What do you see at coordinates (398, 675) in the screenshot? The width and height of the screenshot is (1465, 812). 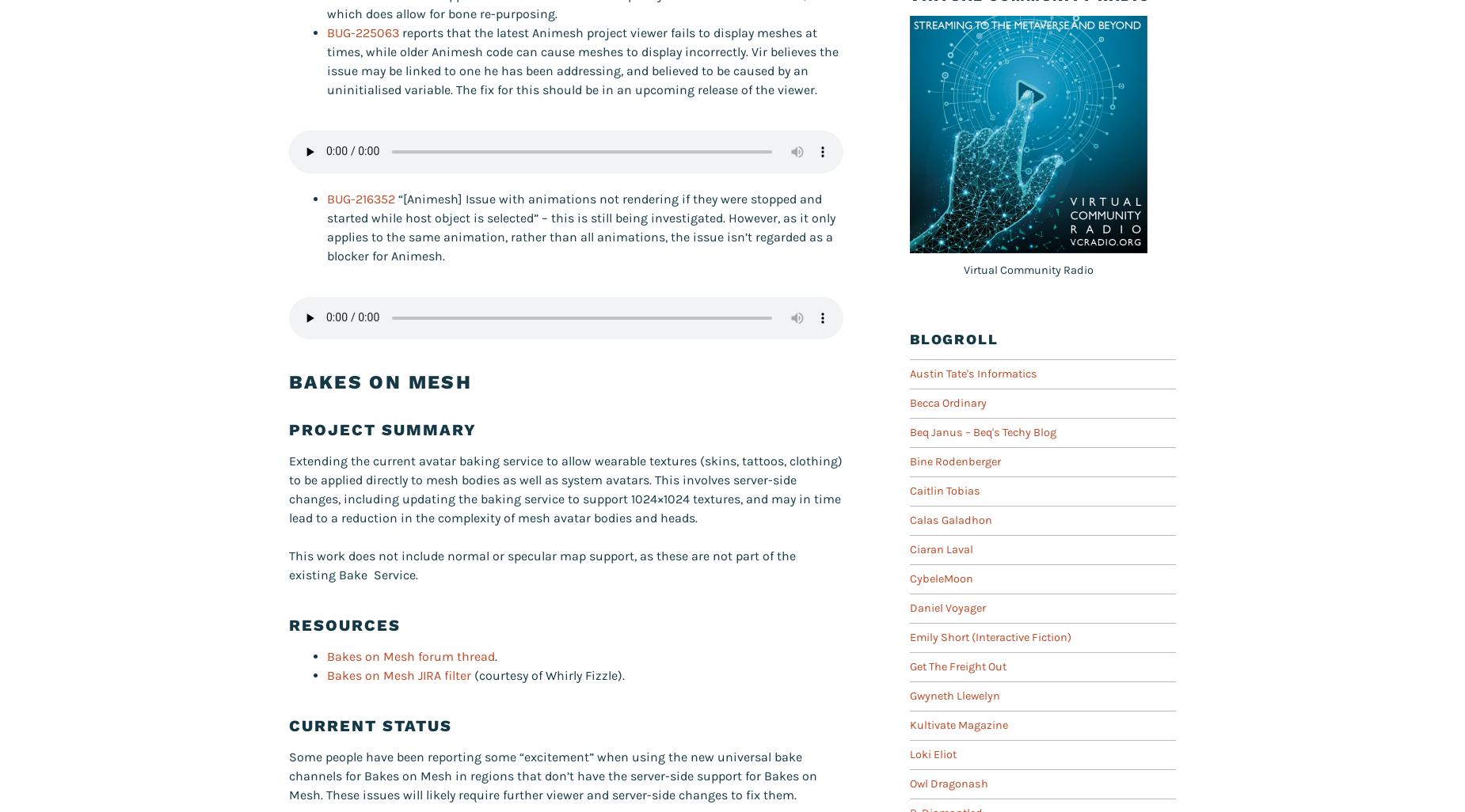 I see `'Bakes on Mesh JIRA filter'` at bounding box center [398, 675].